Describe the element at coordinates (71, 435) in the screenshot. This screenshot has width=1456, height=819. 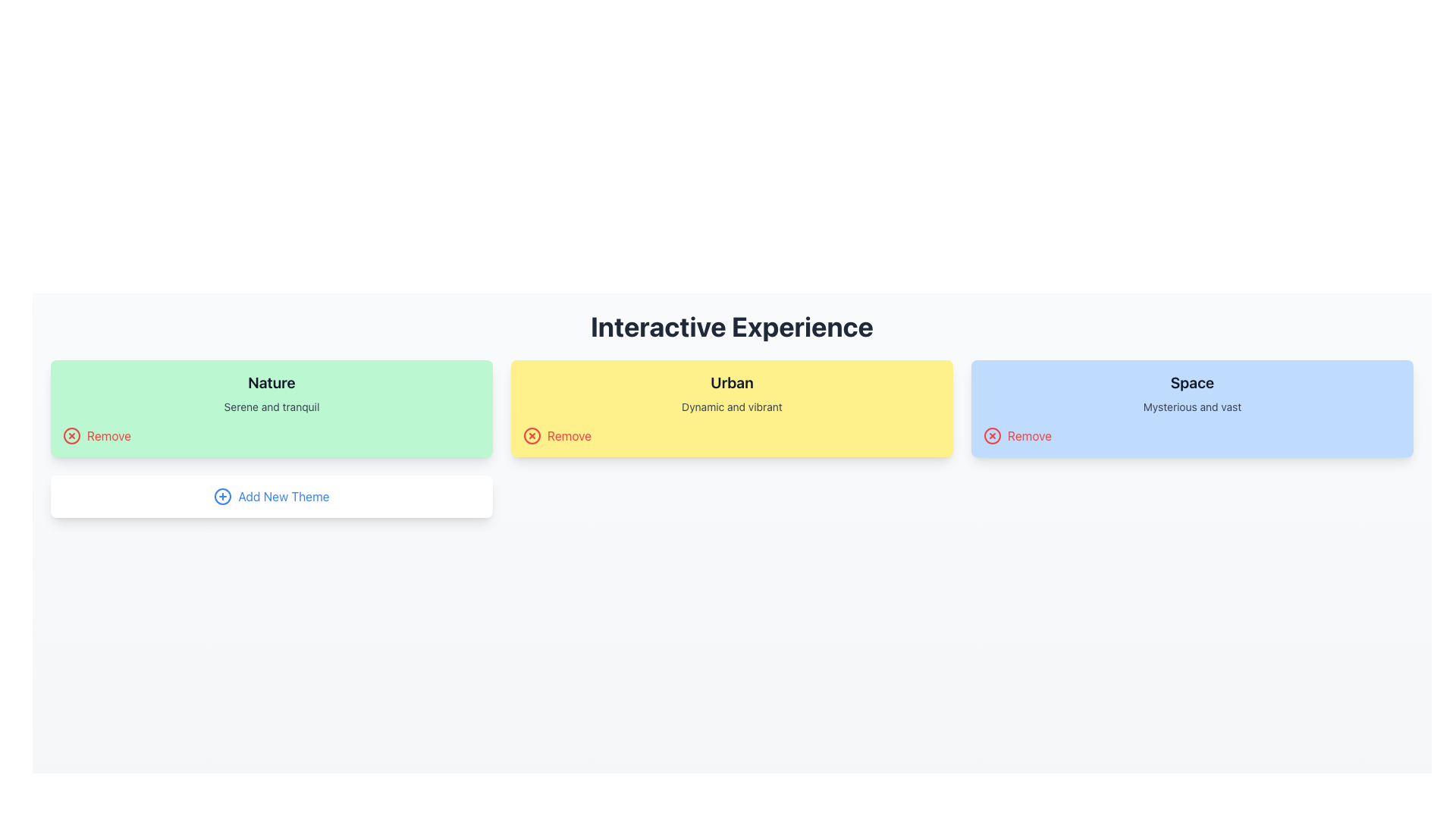
I see `the circular red 'X' icon located to the left of the 'Remove' text in the green 'Nature' section` at that location.